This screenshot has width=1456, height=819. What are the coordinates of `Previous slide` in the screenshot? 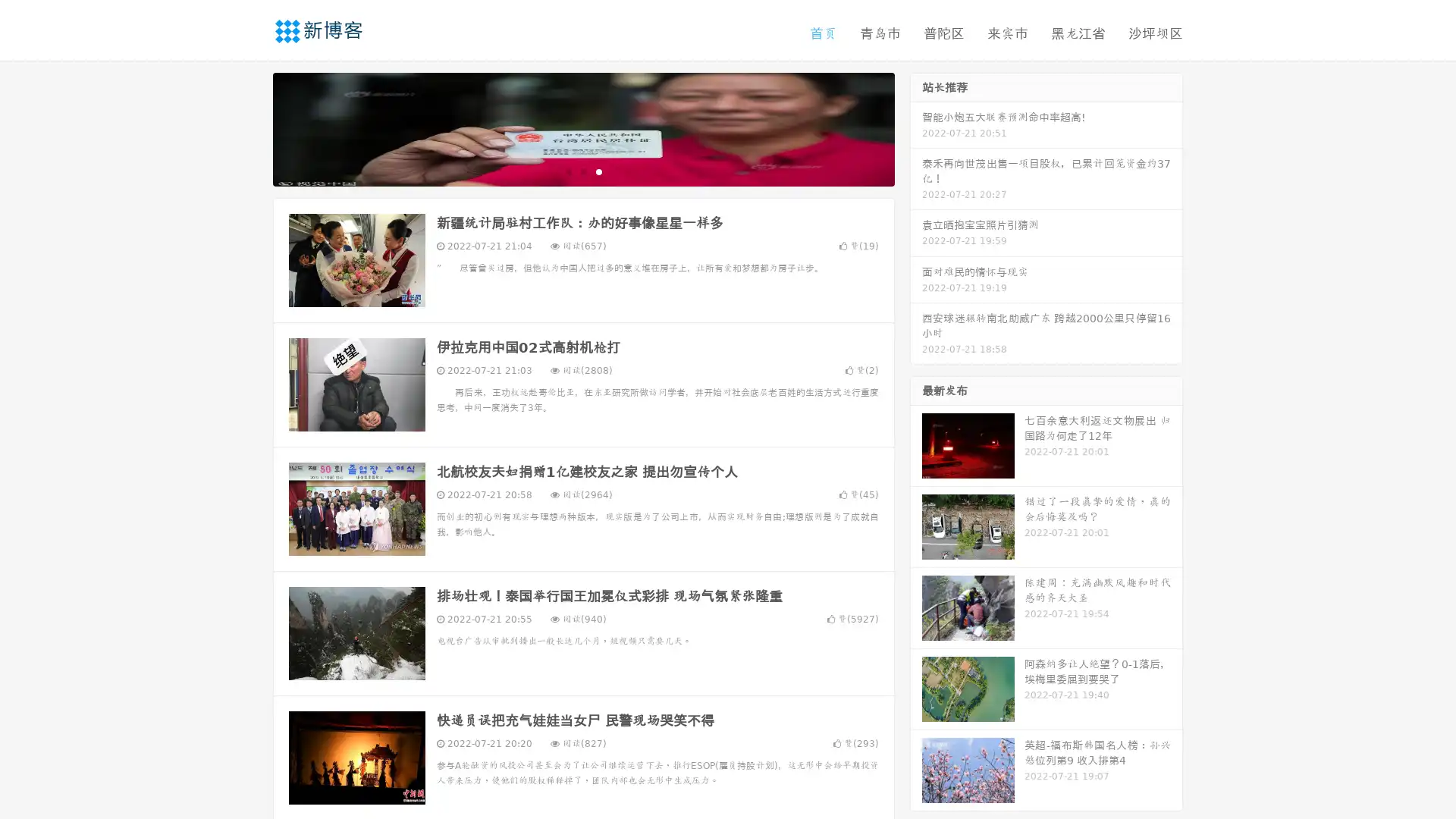 It's located at (250, 127).